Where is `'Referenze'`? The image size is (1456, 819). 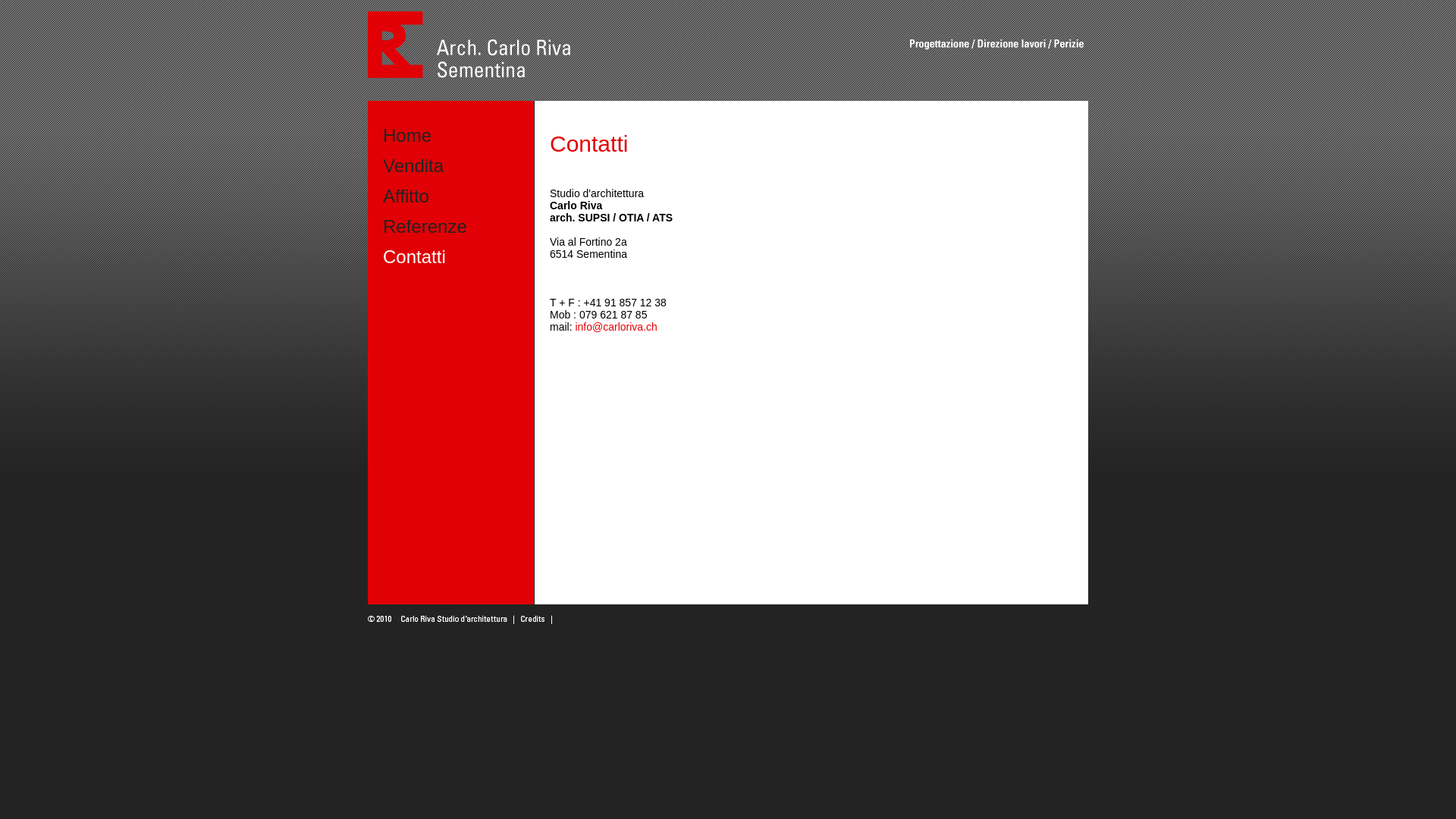
'Referenze' is located at coordinates (425, 226).